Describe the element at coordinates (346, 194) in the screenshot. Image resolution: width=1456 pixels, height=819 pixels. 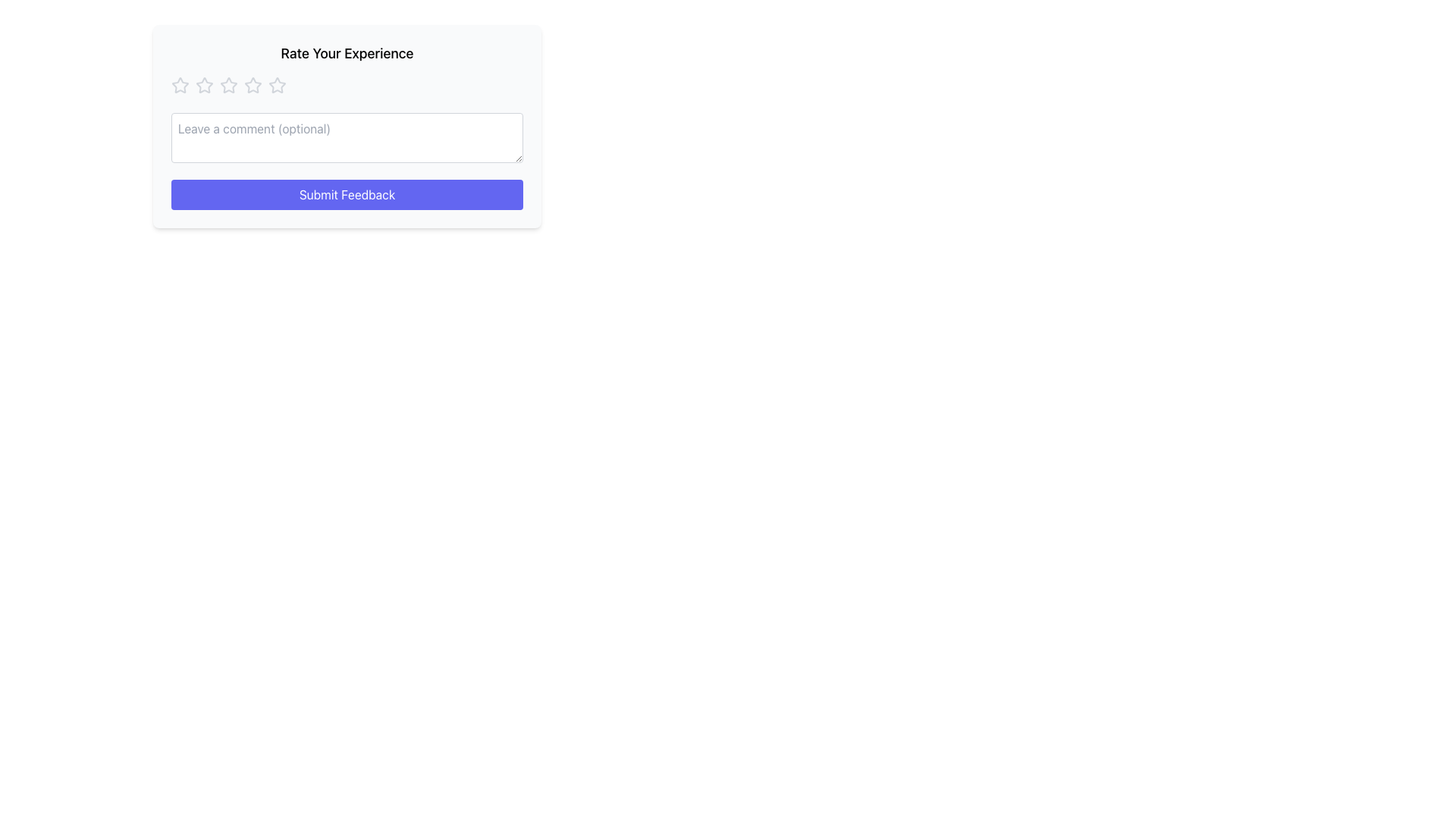
I see `the 'Submit Feedback' button, which is a large rectangular button with rounded corners, located at the bottom of the light gray feedback panel` at that location.